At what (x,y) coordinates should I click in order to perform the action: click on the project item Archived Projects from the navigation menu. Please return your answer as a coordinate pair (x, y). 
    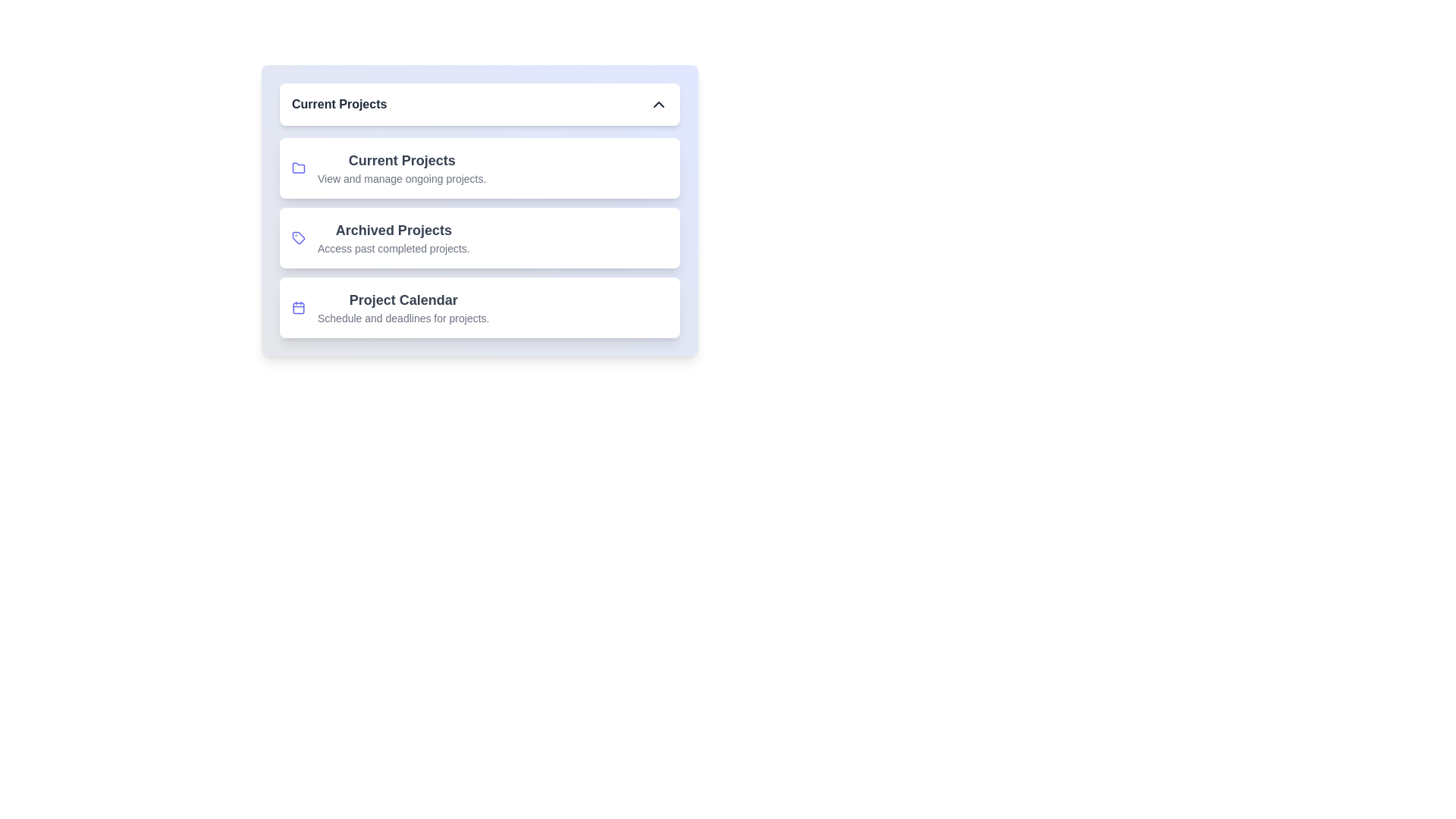
    Looking at the image, I should click on (479, 237).